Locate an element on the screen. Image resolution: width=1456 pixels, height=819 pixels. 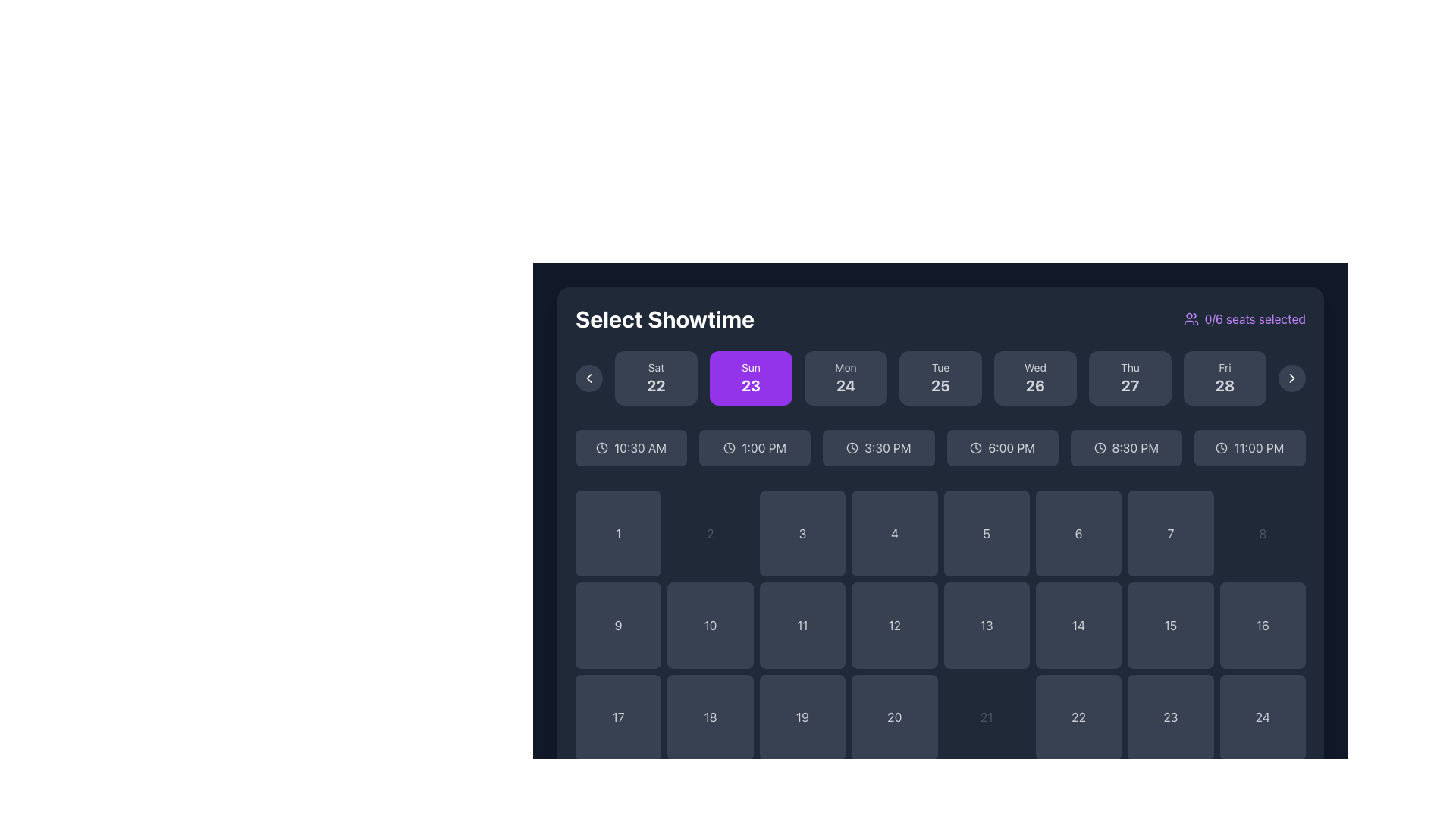
the square button with rounded corners and the text '23' centered within it, which has a dark gray background and is located in the third row of a grid of buttons is located at coordinates (1169, 717).